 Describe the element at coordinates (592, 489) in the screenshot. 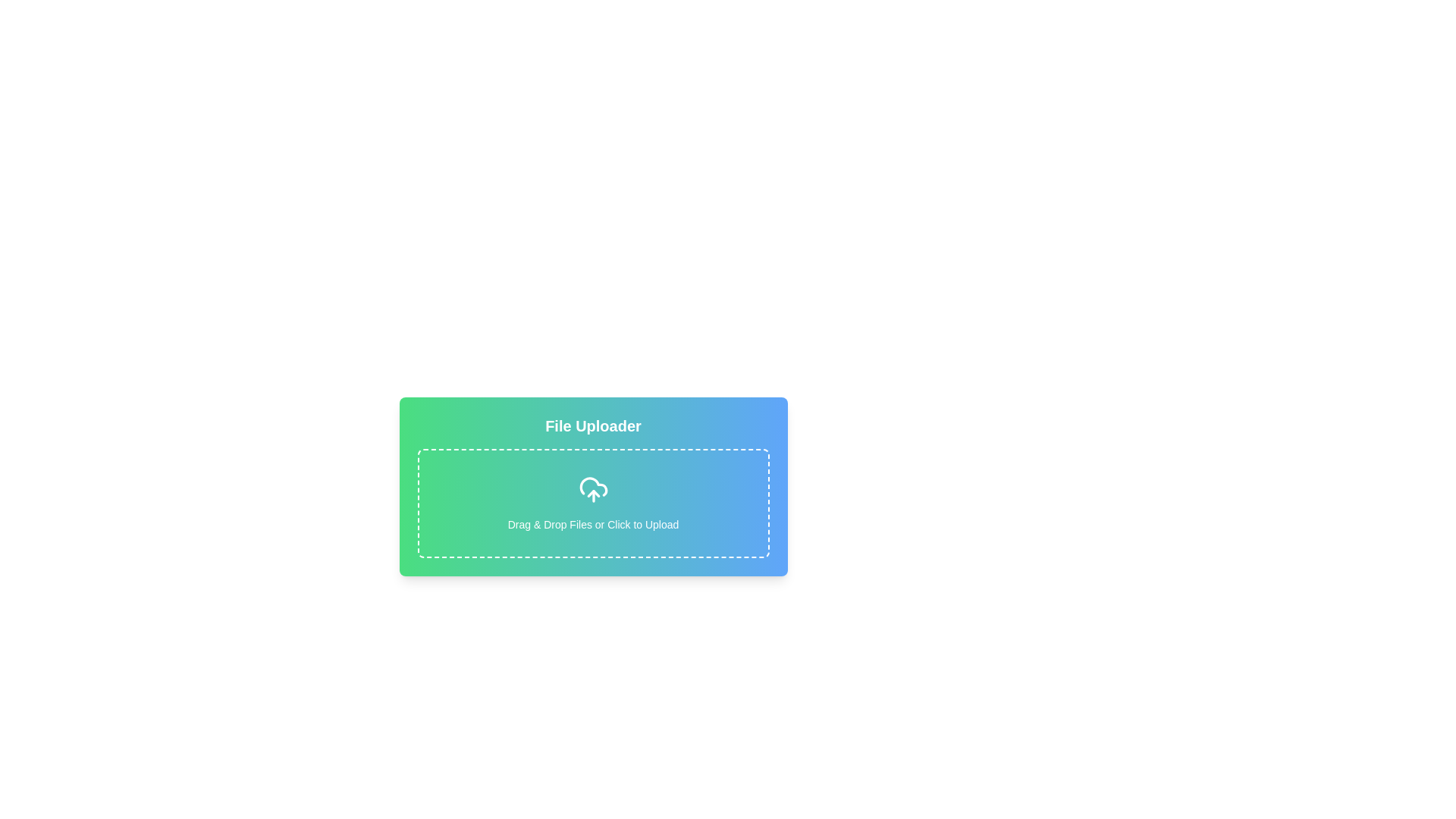

I see `the file upload icon located within the 'Drag & Drop Files or Click to Upload' widget, which is visually represented by a dotted rectangle transitioning from green to blue` at that location.